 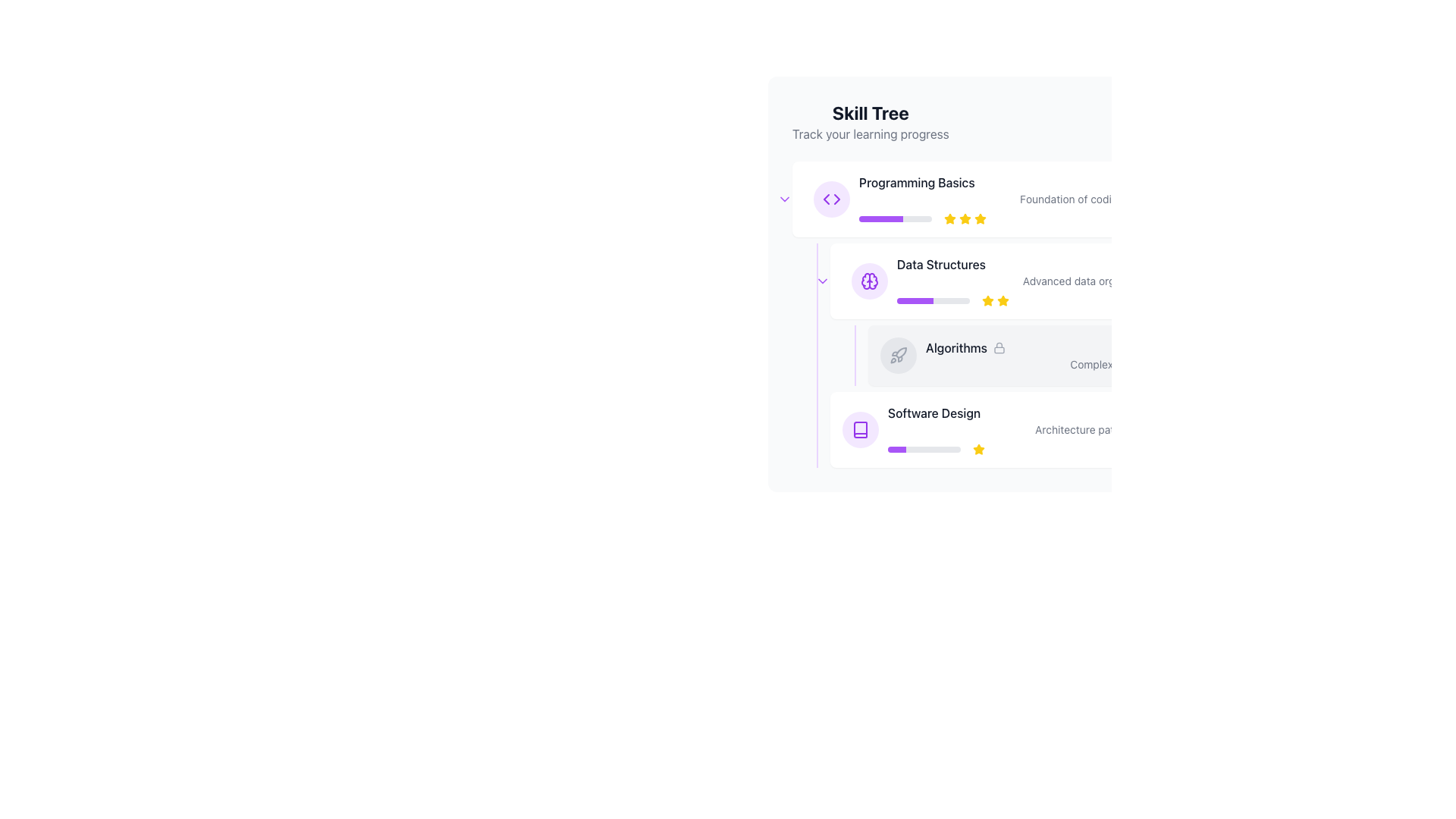 What do you see at coordinates (980, 219) in the screenshot?
I see `the fifth star in the rating scale located adjacent to the 'Programming Basics' section in the Skill Tree UI` at bounding box center [980, 219].